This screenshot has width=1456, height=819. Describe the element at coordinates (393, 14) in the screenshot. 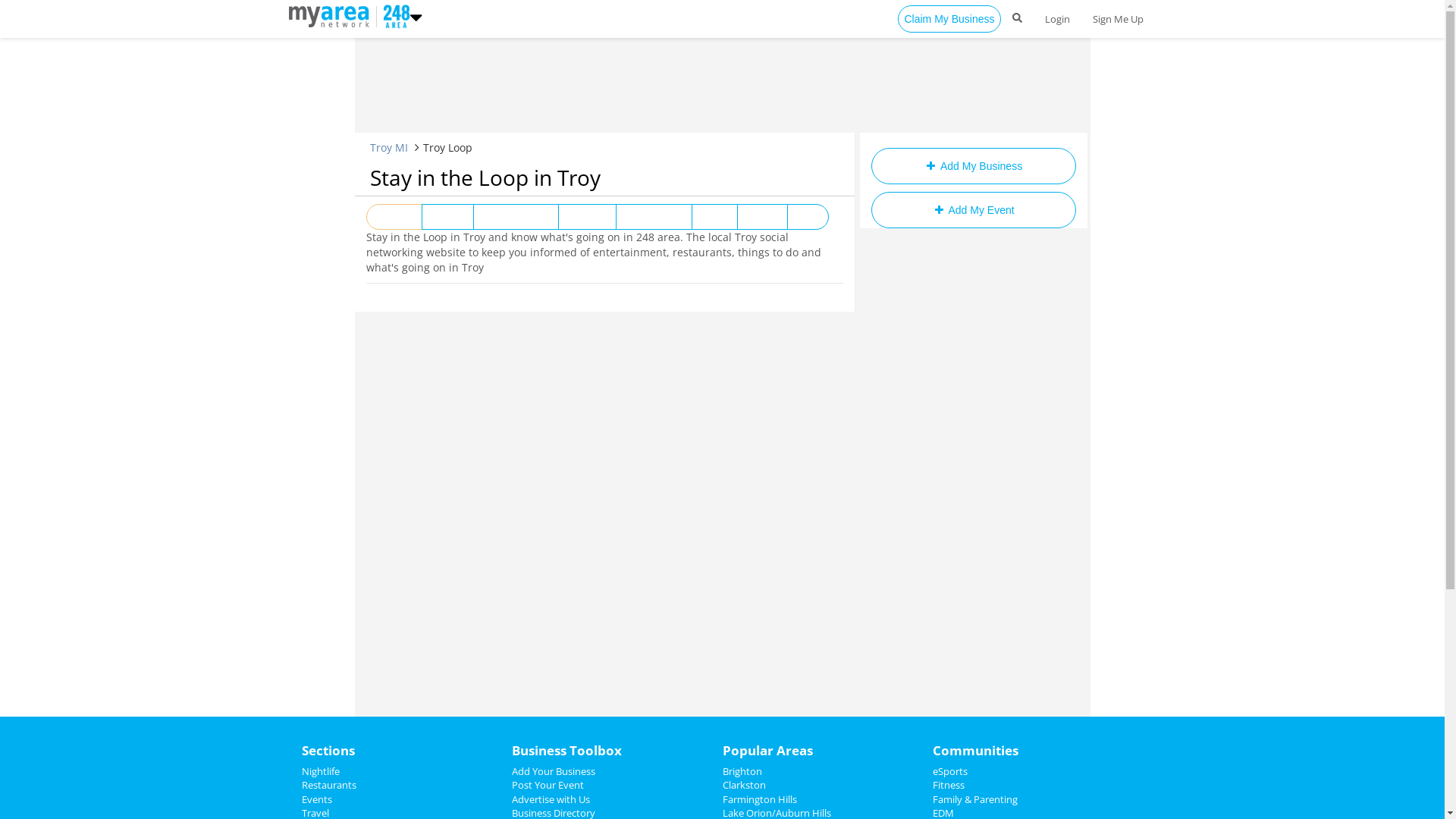

I see `'https://www.248area.com'` at that location.